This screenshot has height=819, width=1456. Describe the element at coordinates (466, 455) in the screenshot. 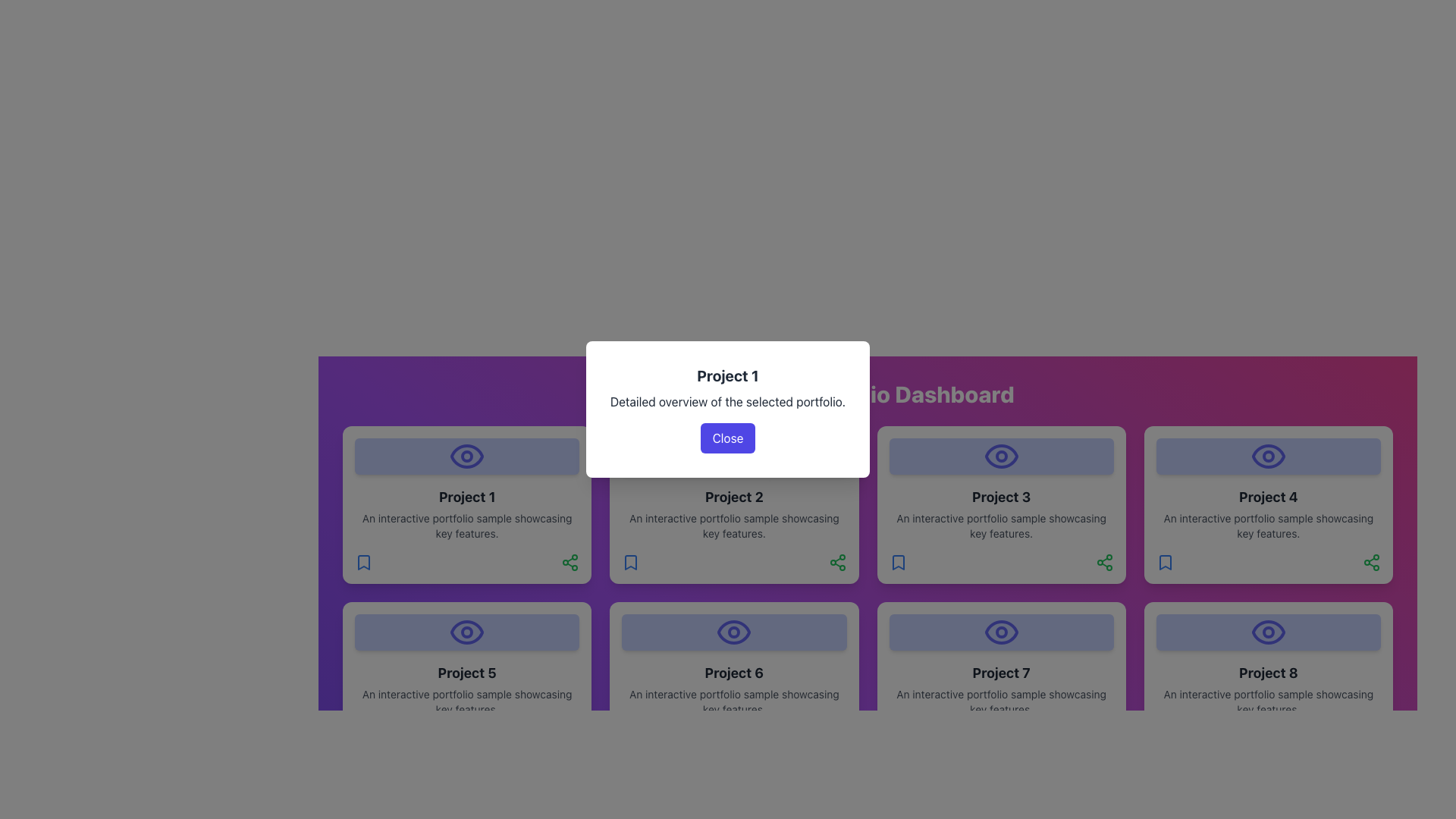

I see `the eye icon element, which is indigo-colored and outlined, located in the center of the top row of icons above the title 'Project 1'` at that location.